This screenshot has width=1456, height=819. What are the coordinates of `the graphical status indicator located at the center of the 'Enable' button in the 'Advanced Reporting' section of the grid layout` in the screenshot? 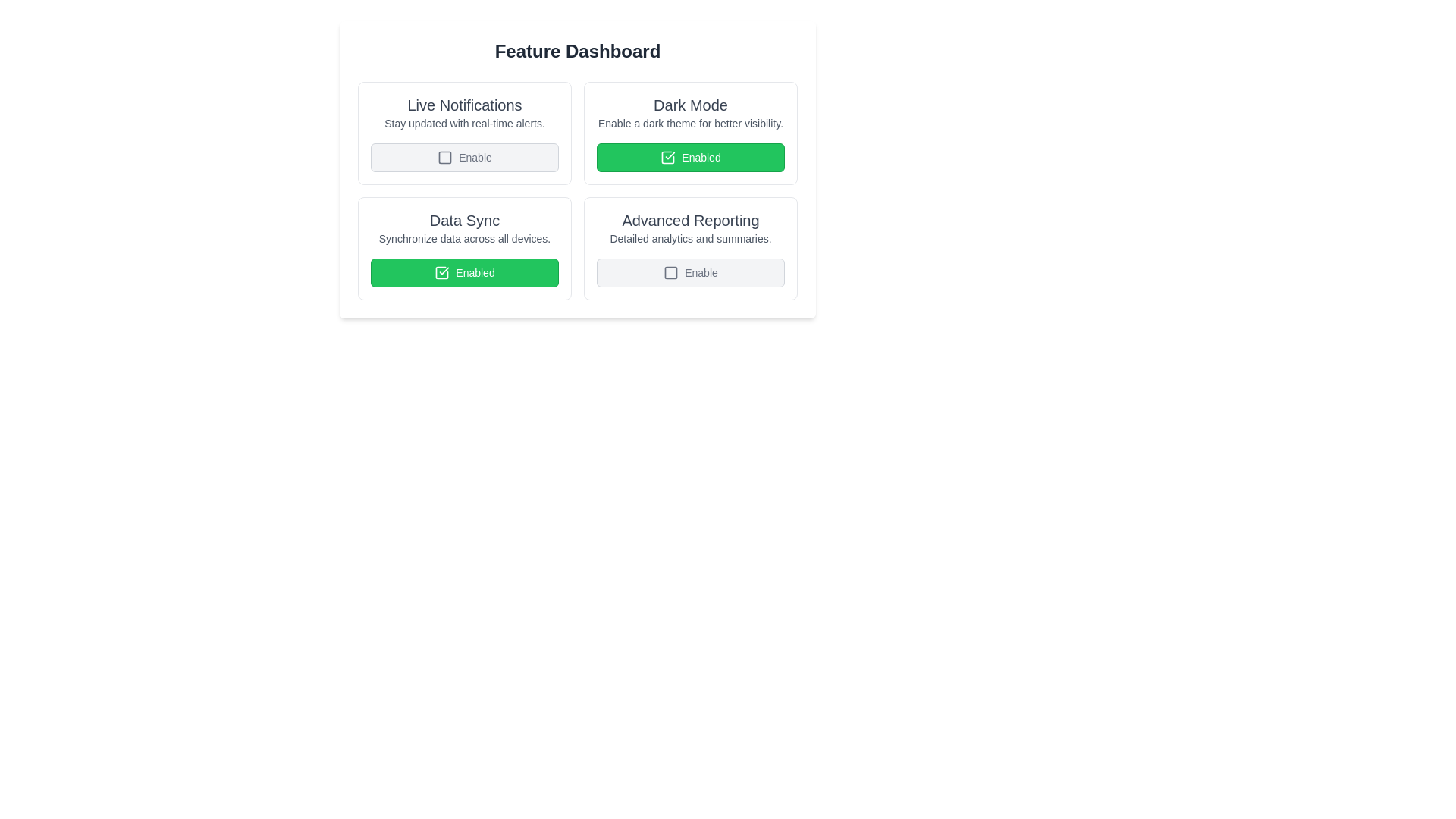 It's located at (670, 271).